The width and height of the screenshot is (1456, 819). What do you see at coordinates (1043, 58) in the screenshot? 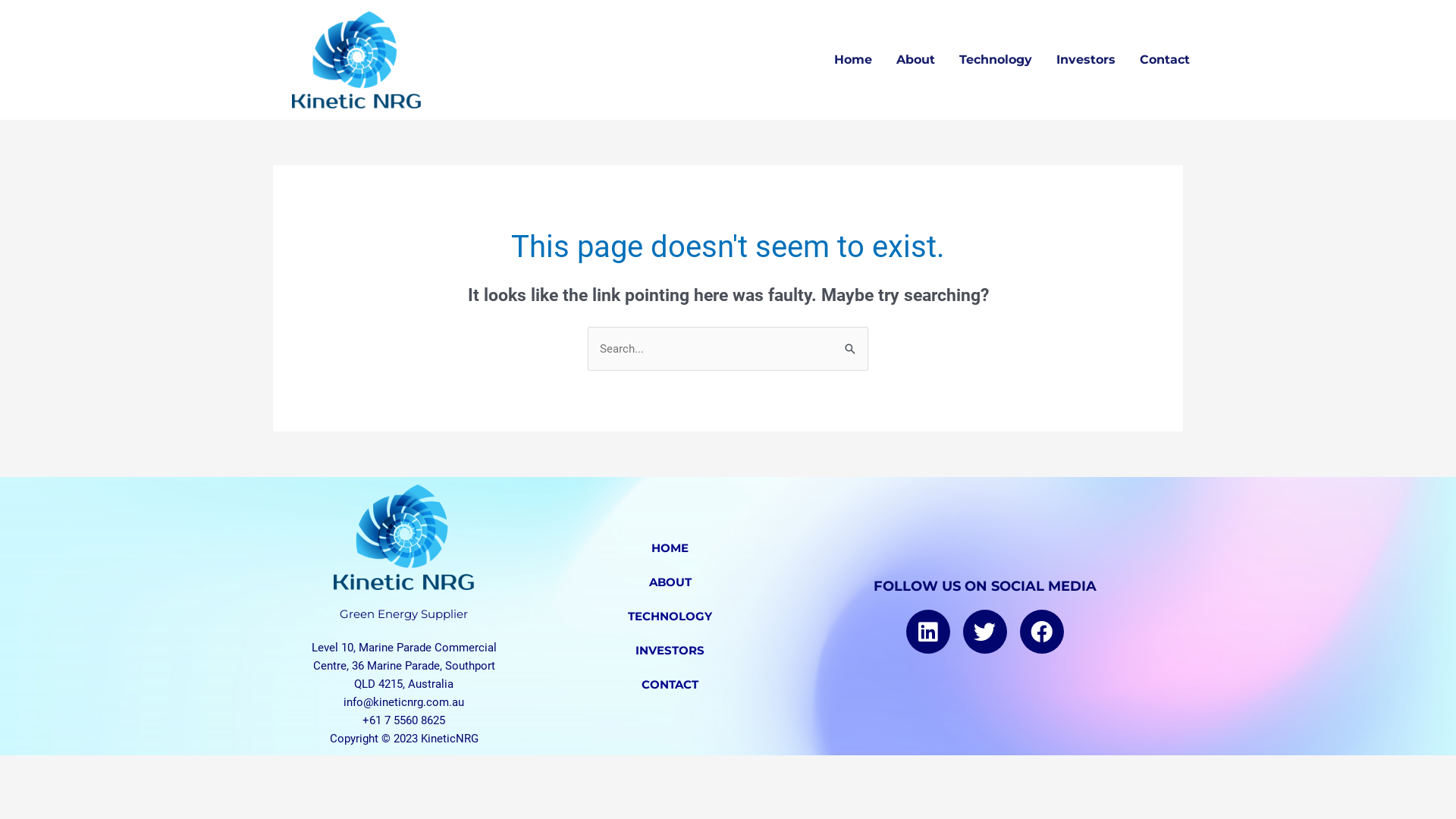
I see `'Investors'` at bounding box center [1043, 58].